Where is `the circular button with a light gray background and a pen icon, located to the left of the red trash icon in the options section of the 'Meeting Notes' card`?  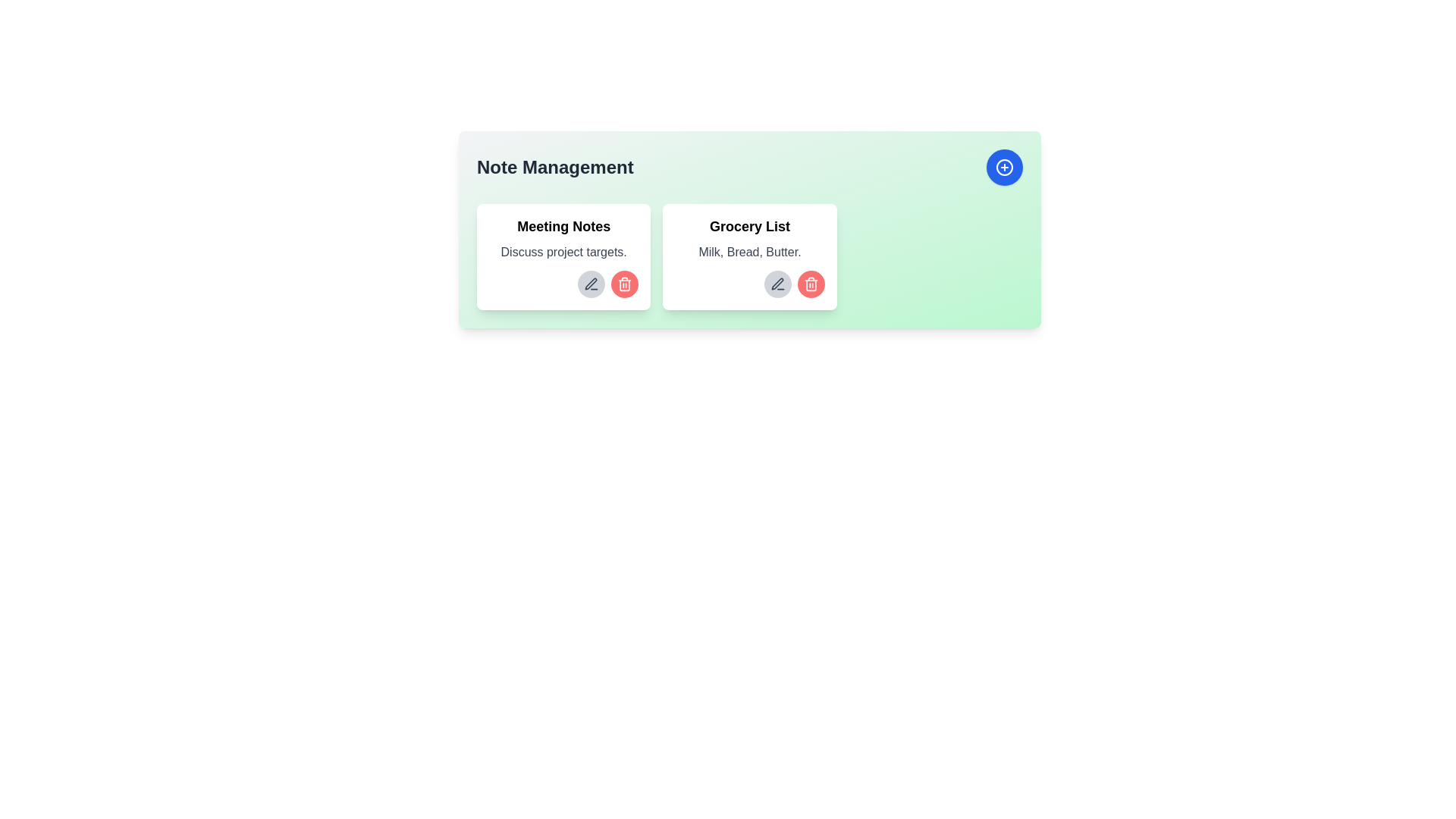 the circular button with a light gray background and a pen icon, located to the left of the red trash icon in the options section of the 'Meeting Notes' card is located at coordinates (591, 284).